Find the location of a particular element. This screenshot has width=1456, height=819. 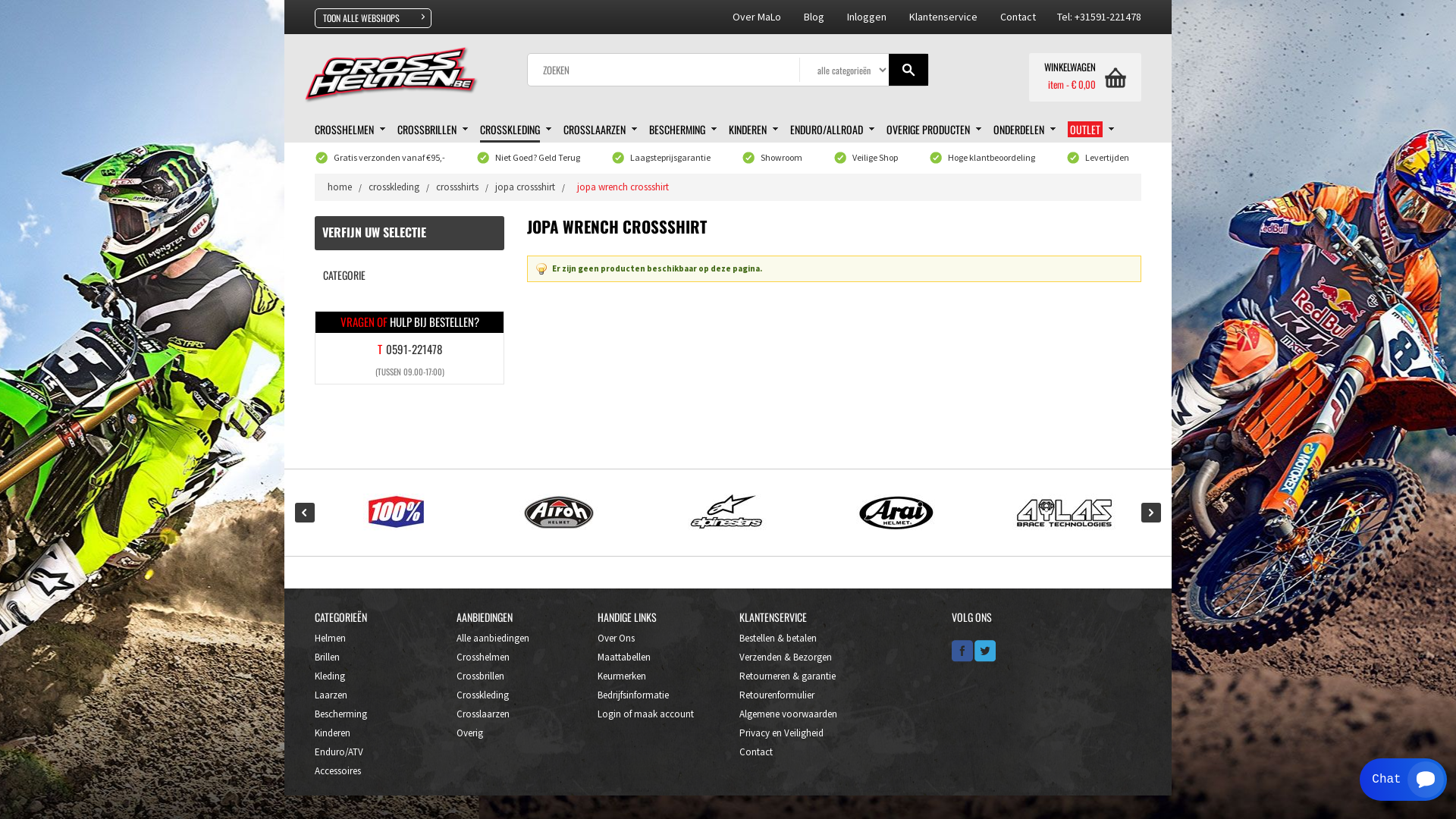

'Showroom' is located at coordinates (781, 157).